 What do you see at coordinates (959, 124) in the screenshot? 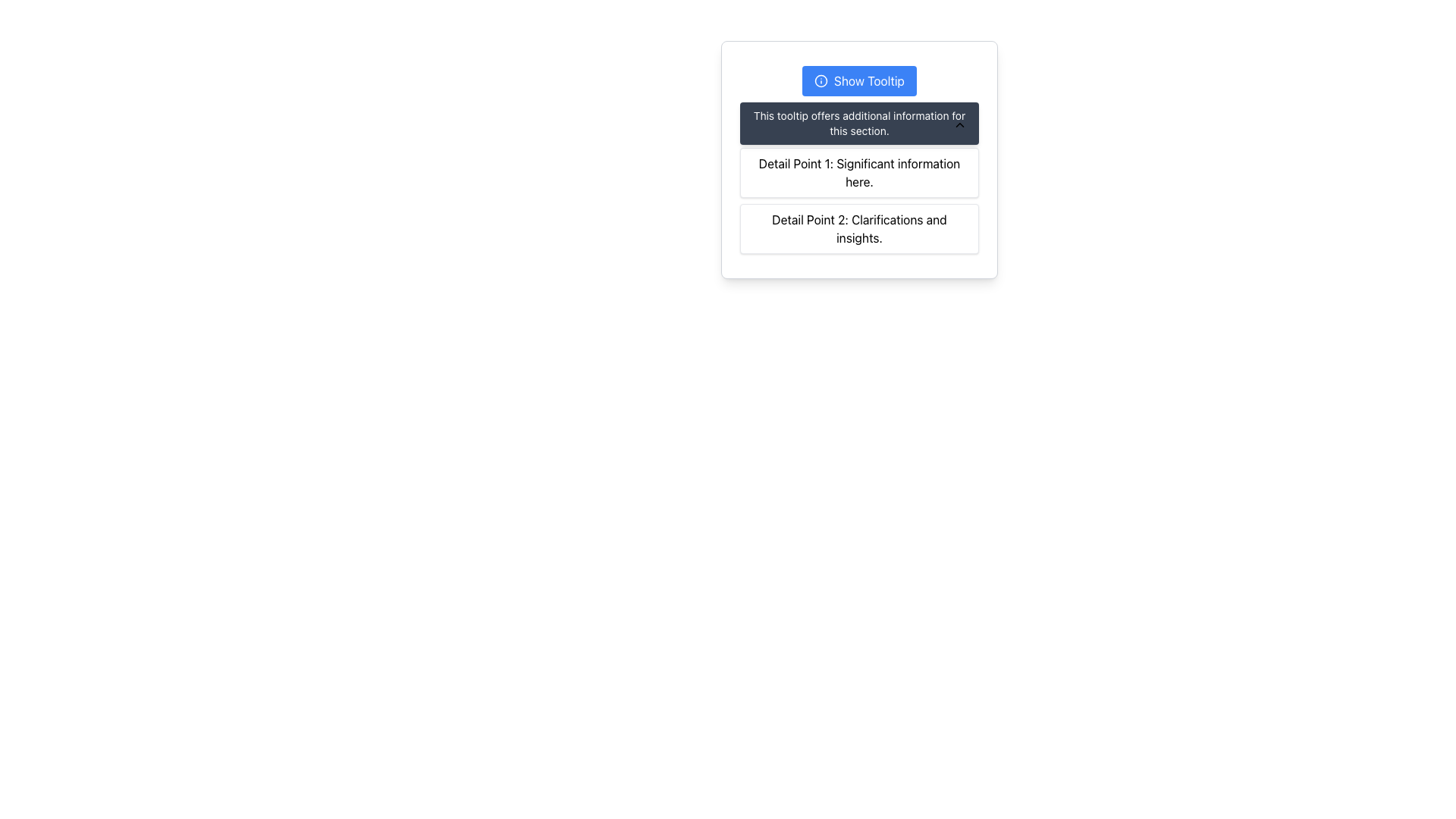
I see `the small downward-facing chevron icon located at the far right end of the 'More Details' button` at bounding box center [959, 124].